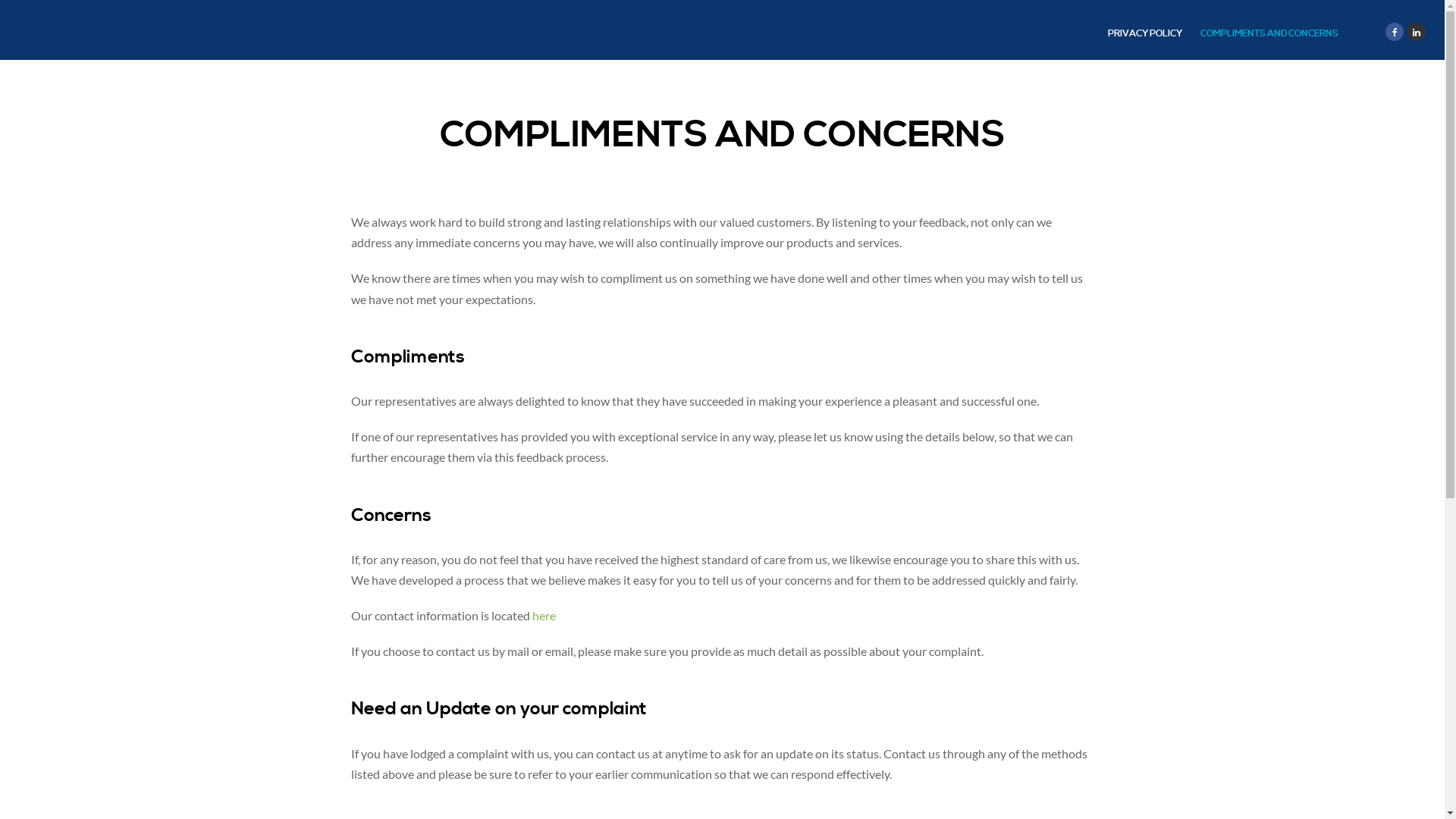 The height and width of the screenshot is (819, 1456). What do you see at coordinates (1394, 32) in the screenshot?
I see `'Facebook'` at bounding box center [1394, 32].